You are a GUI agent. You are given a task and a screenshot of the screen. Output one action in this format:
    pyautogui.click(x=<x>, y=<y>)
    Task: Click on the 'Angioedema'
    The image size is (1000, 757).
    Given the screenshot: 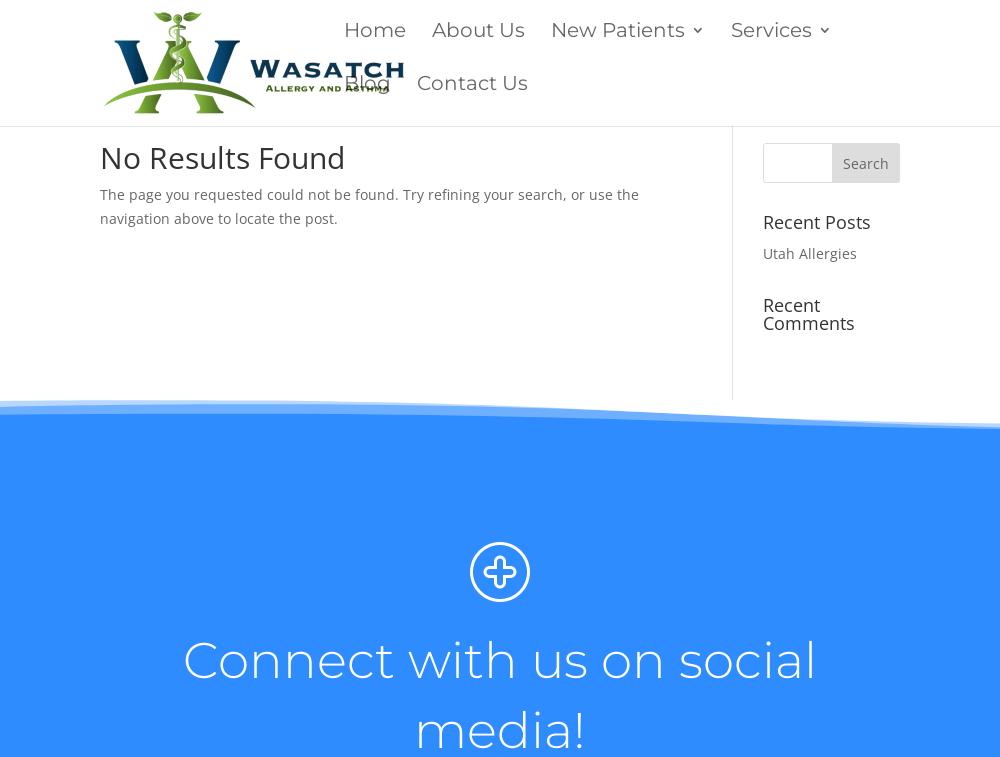 What is the action you would take?
    pyautogui.click(x=771, y=428)
    